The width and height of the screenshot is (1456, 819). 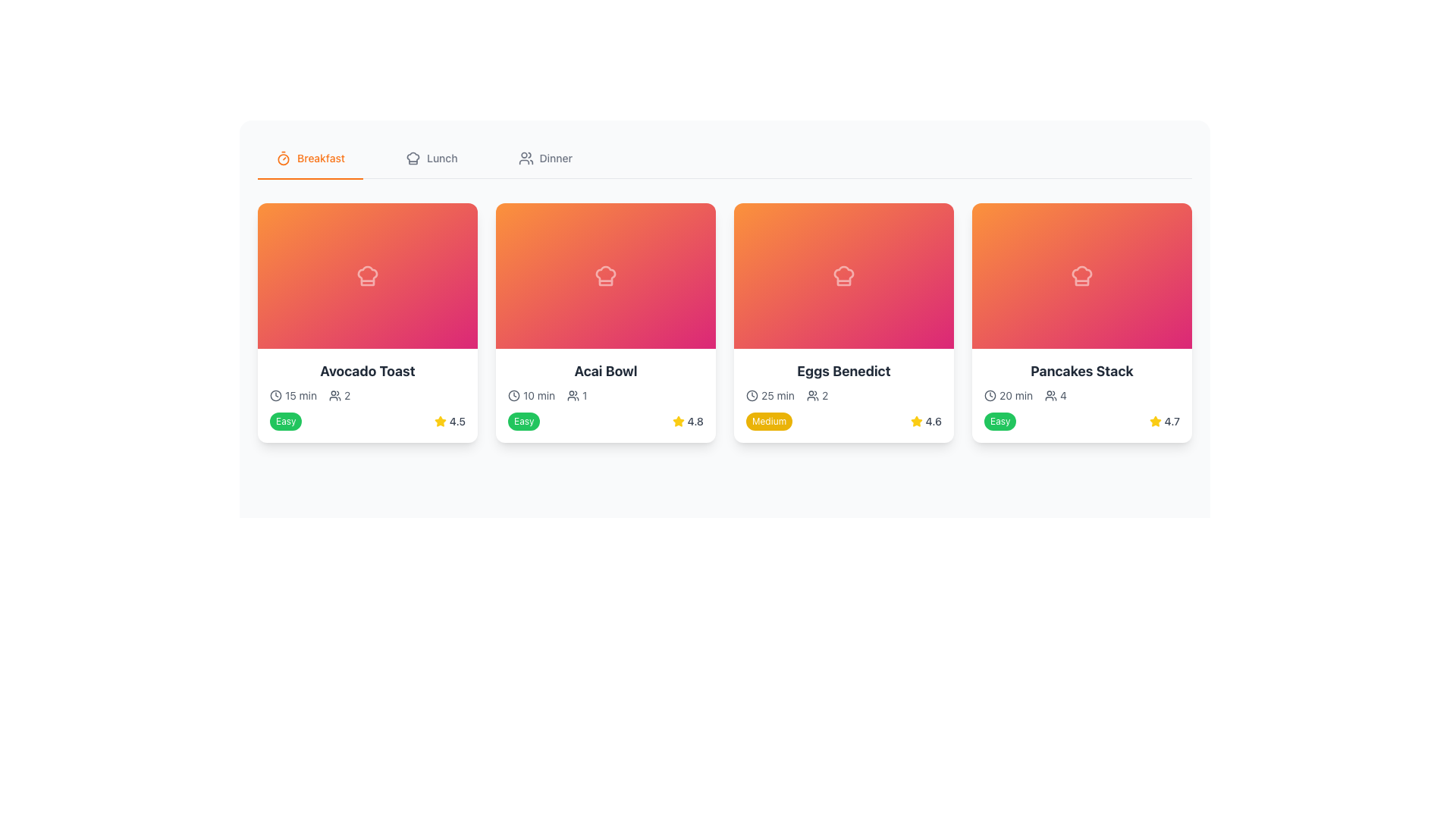 I want to click on the text label for the recipe 'Avocado Toast', which is located at the top of the card and centered horizontally above the metadata section, so click(x=367, y=371).